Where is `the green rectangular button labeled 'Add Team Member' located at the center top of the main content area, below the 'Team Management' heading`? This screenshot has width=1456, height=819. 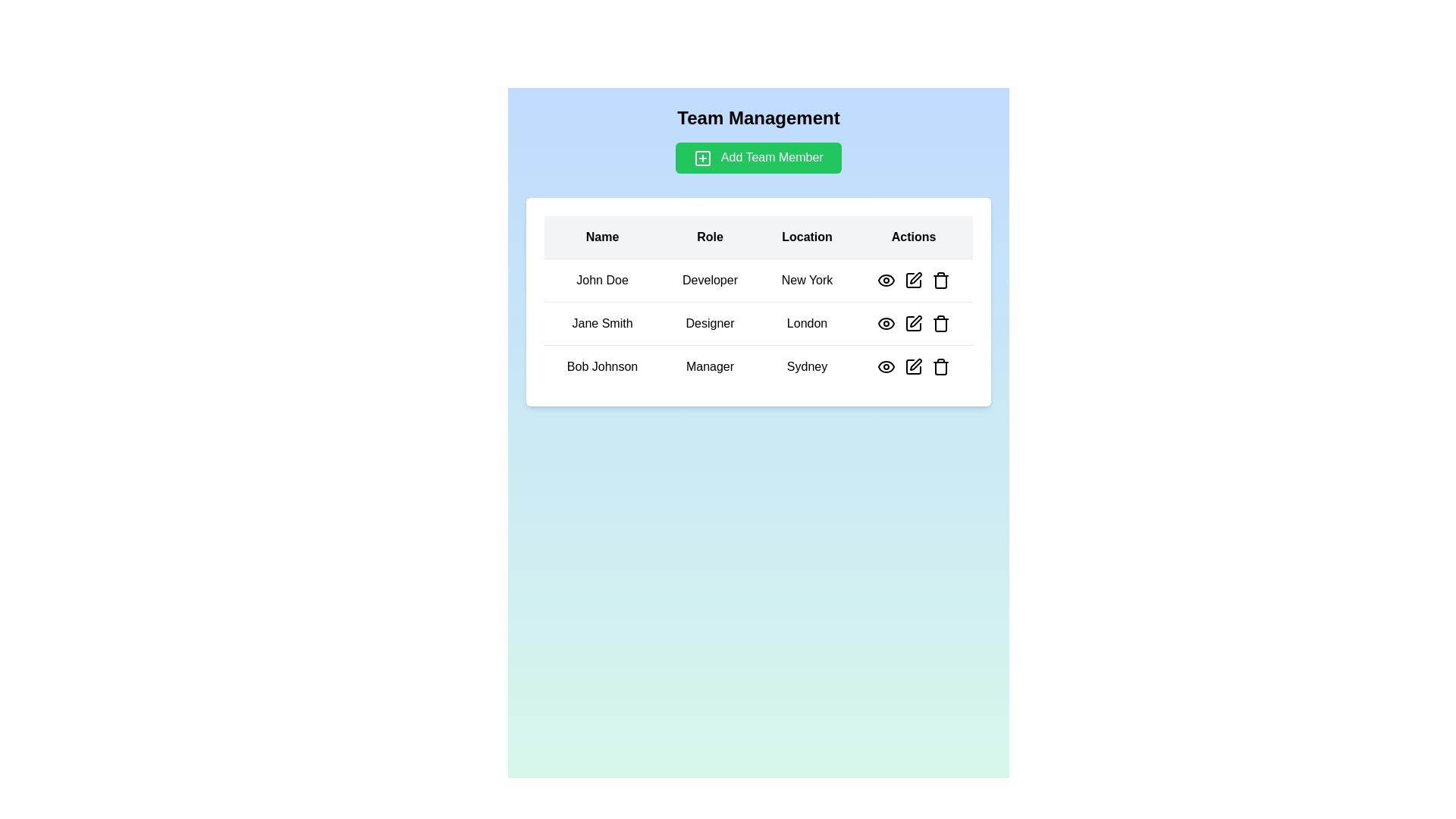
the green rectangular button labeled 'Add Team Member' located at the center top of the main content area, below the 'Team Management' heading is located at coordinates (758, 158).